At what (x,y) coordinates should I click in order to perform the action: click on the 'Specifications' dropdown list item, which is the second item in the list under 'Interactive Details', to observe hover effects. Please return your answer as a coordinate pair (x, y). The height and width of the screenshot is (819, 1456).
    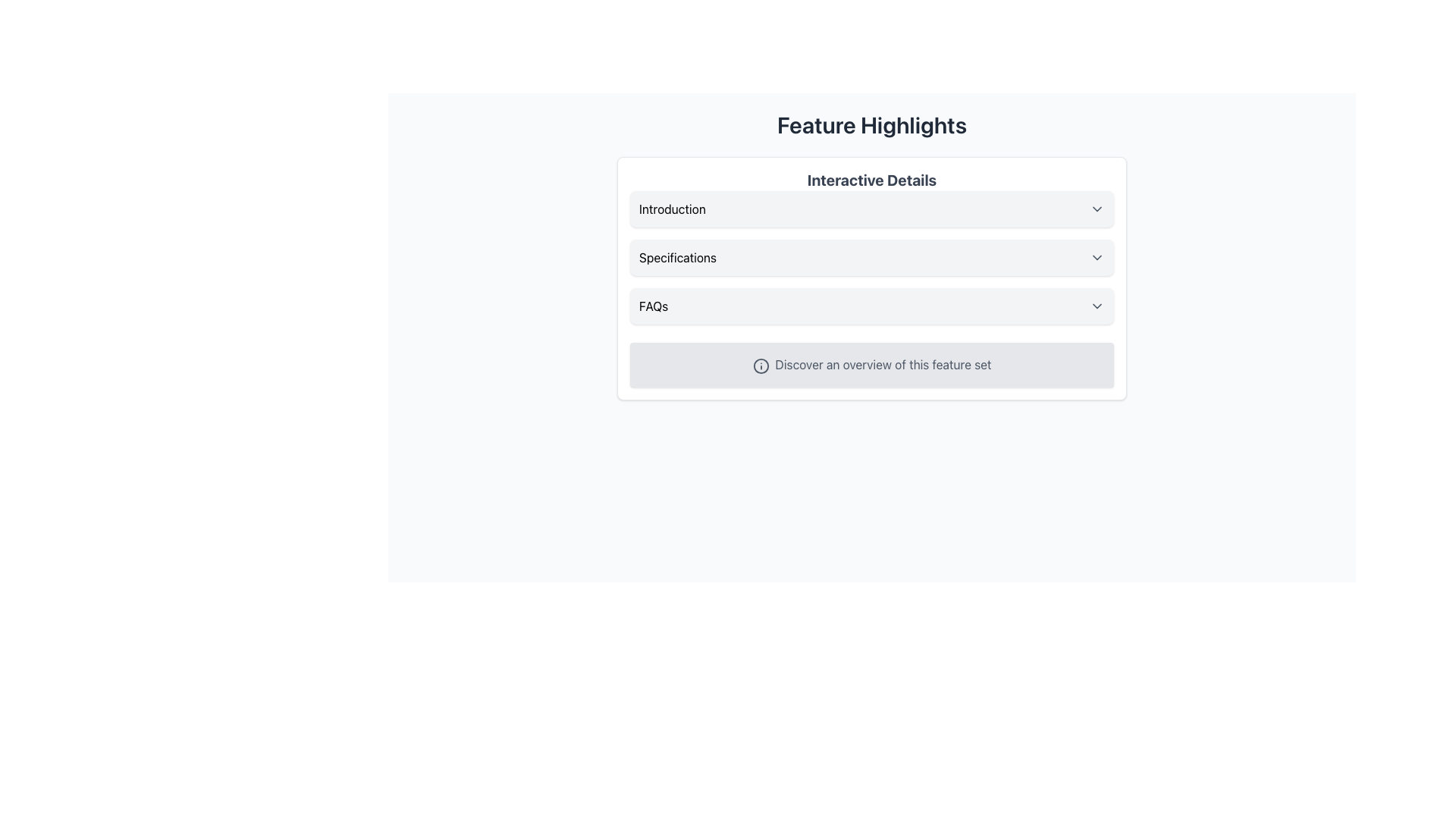
    Looking at the image, I should click on (872, 256).